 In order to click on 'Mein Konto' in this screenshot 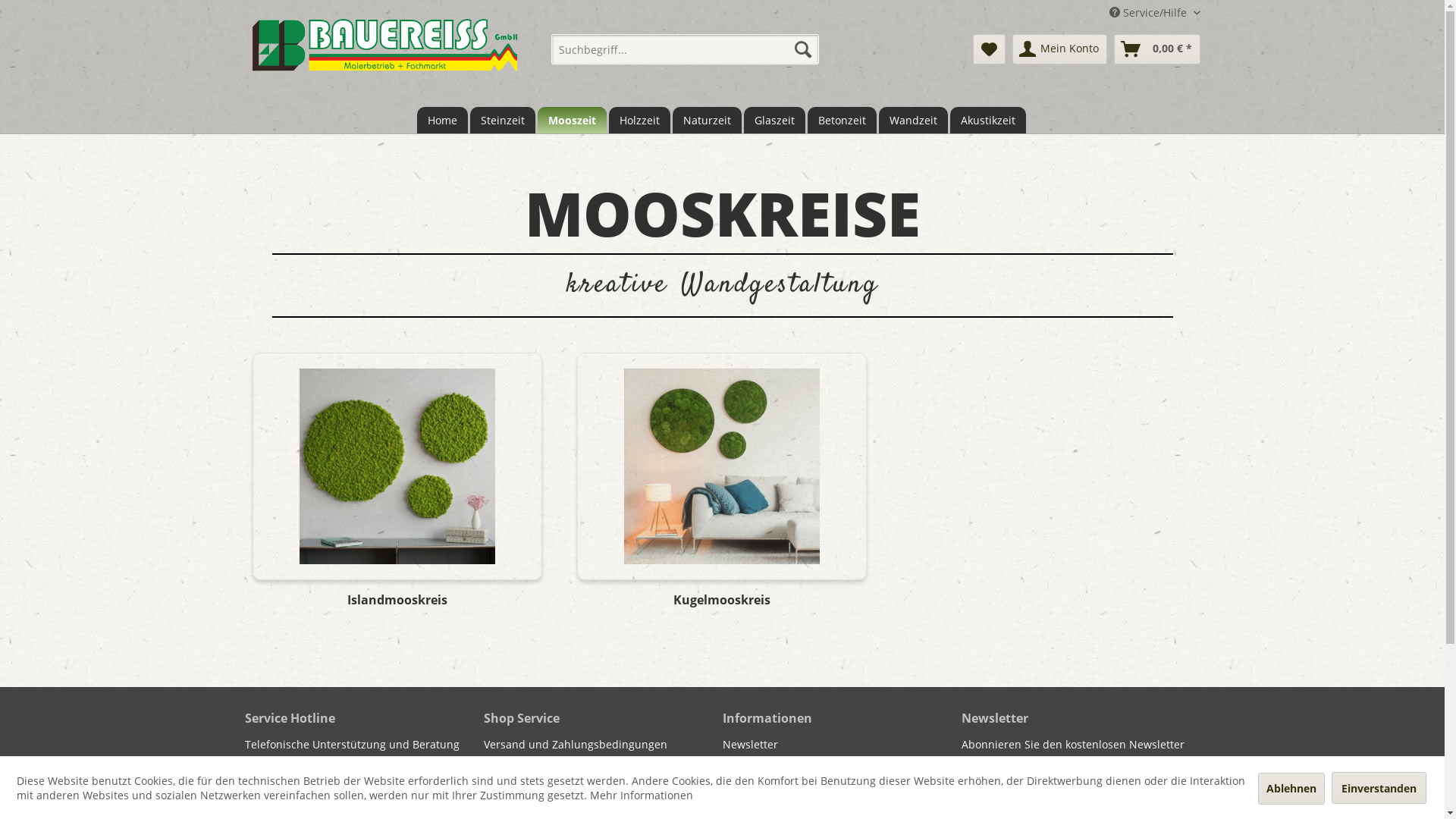, I will do `click(1012, 49)`.